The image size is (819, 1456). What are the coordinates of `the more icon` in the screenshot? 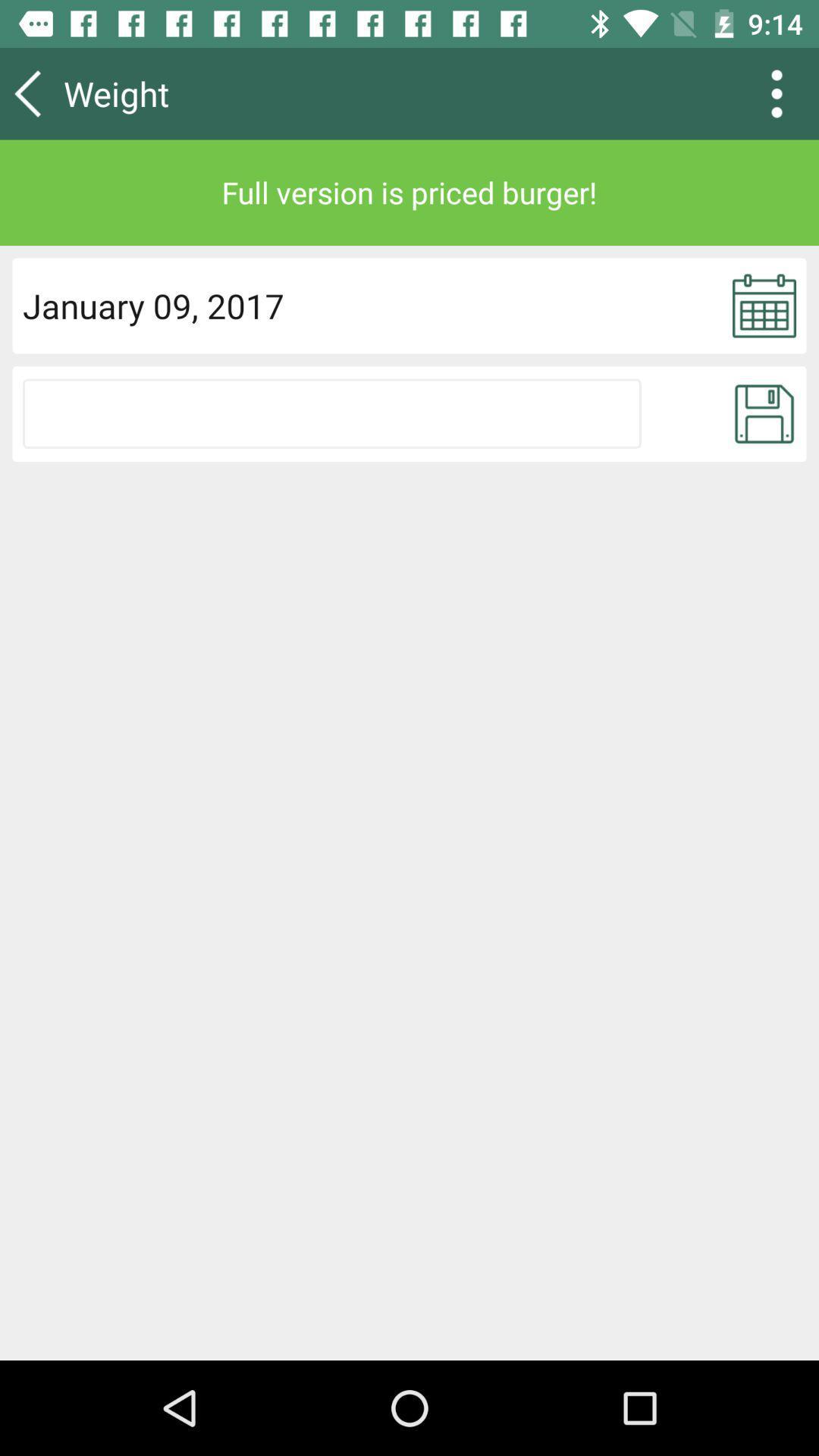 It's located at (782, 93).